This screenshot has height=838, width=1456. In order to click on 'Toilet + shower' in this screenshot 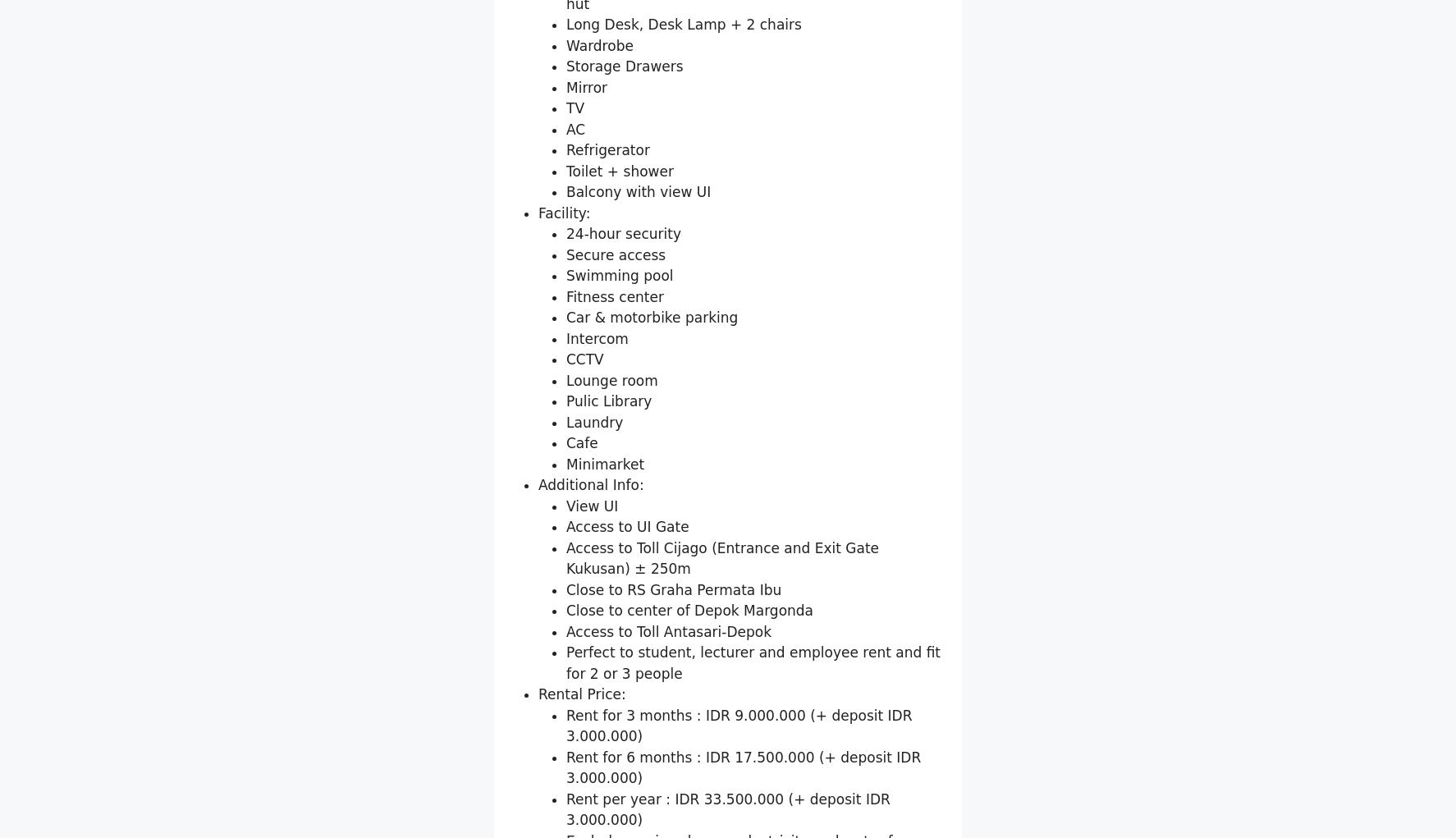, I will do `click(619, 362)`.